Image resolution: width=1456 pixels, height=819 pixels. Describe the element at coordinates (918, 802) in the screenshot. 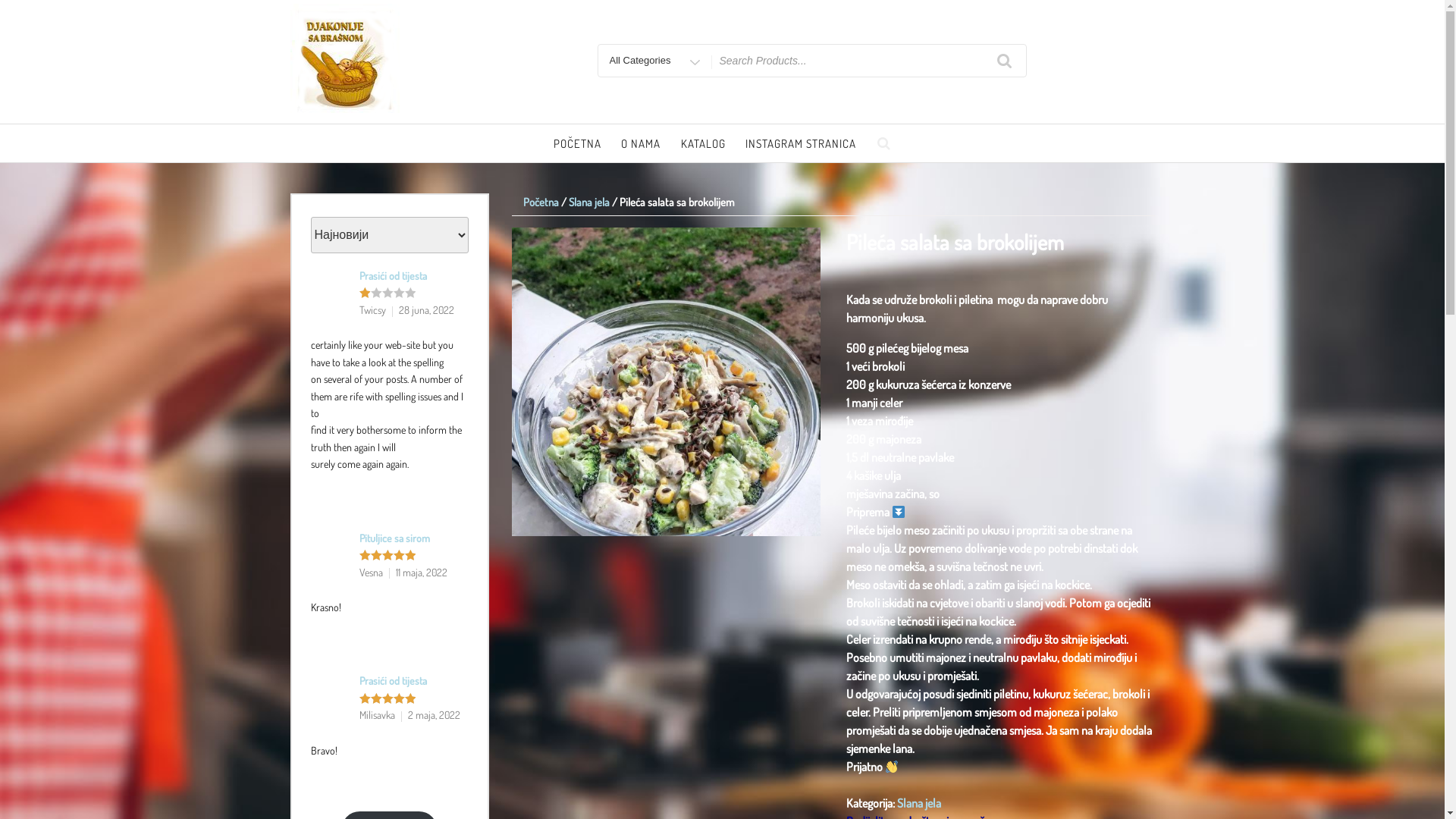

I see `'Slana jela'` at that location.